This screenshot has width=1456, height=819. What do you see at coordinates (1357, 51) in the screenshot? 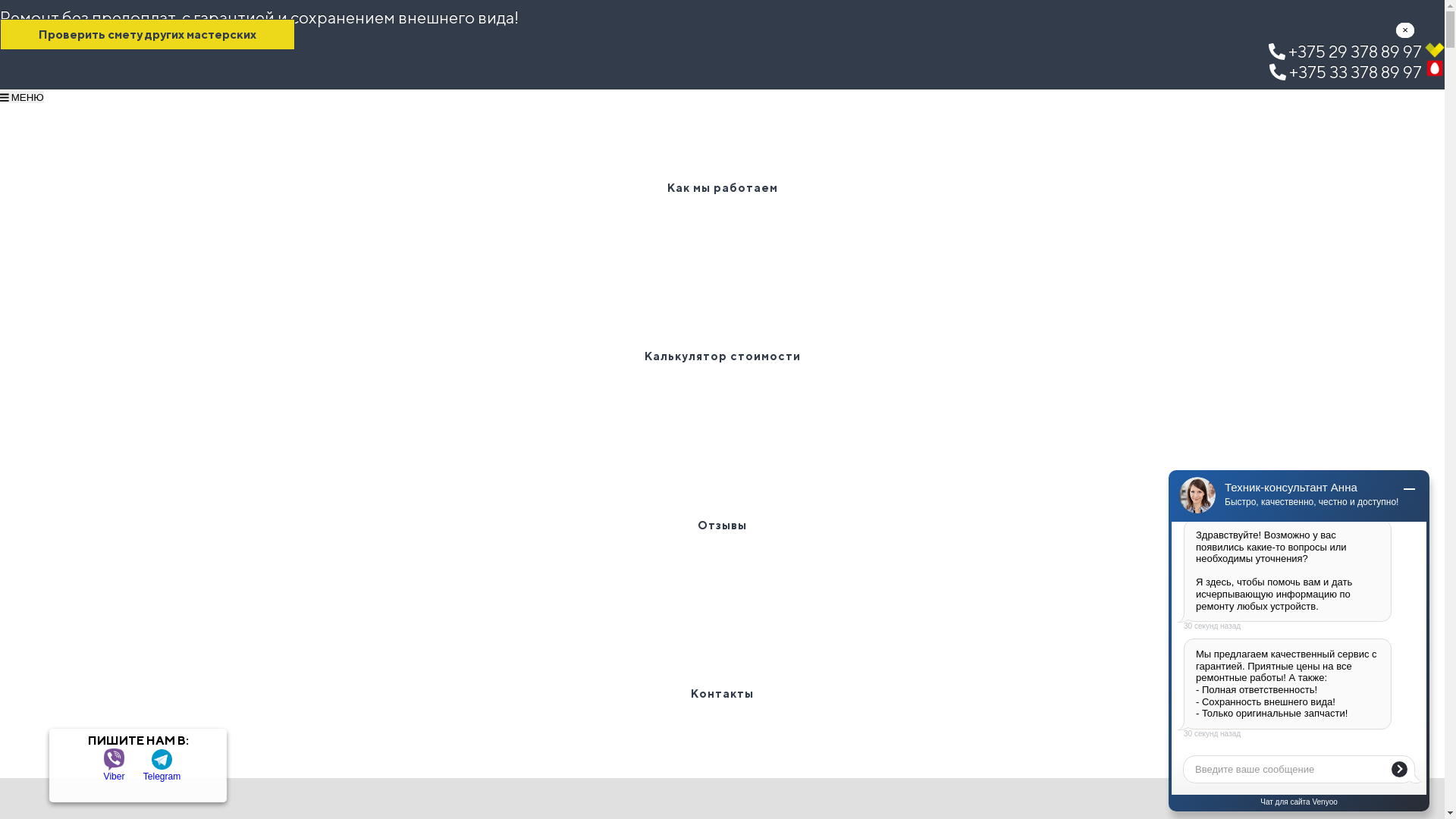
I see `'+375 29 378 89 97'` at bounding box center [1357, 51].